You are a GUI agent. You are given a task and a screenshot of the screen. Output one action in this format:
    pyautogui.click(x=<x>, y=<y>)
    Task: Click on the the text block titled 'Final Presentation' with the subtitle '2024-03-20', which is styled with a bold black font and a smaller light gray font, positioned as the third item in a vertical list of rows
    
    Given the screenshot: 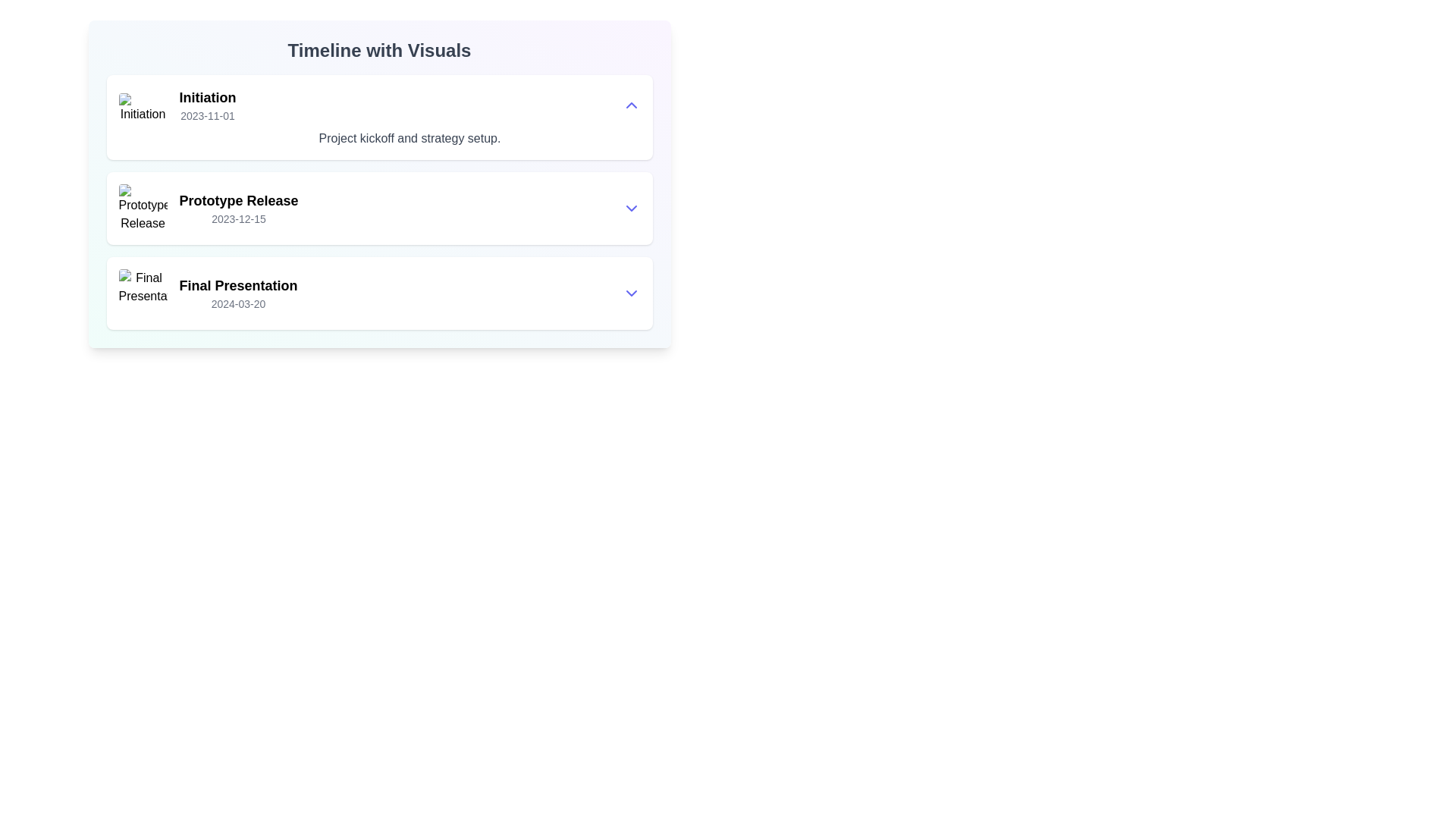 What is the action you would take?
    pyautogui.click(x=237, y=293)
    